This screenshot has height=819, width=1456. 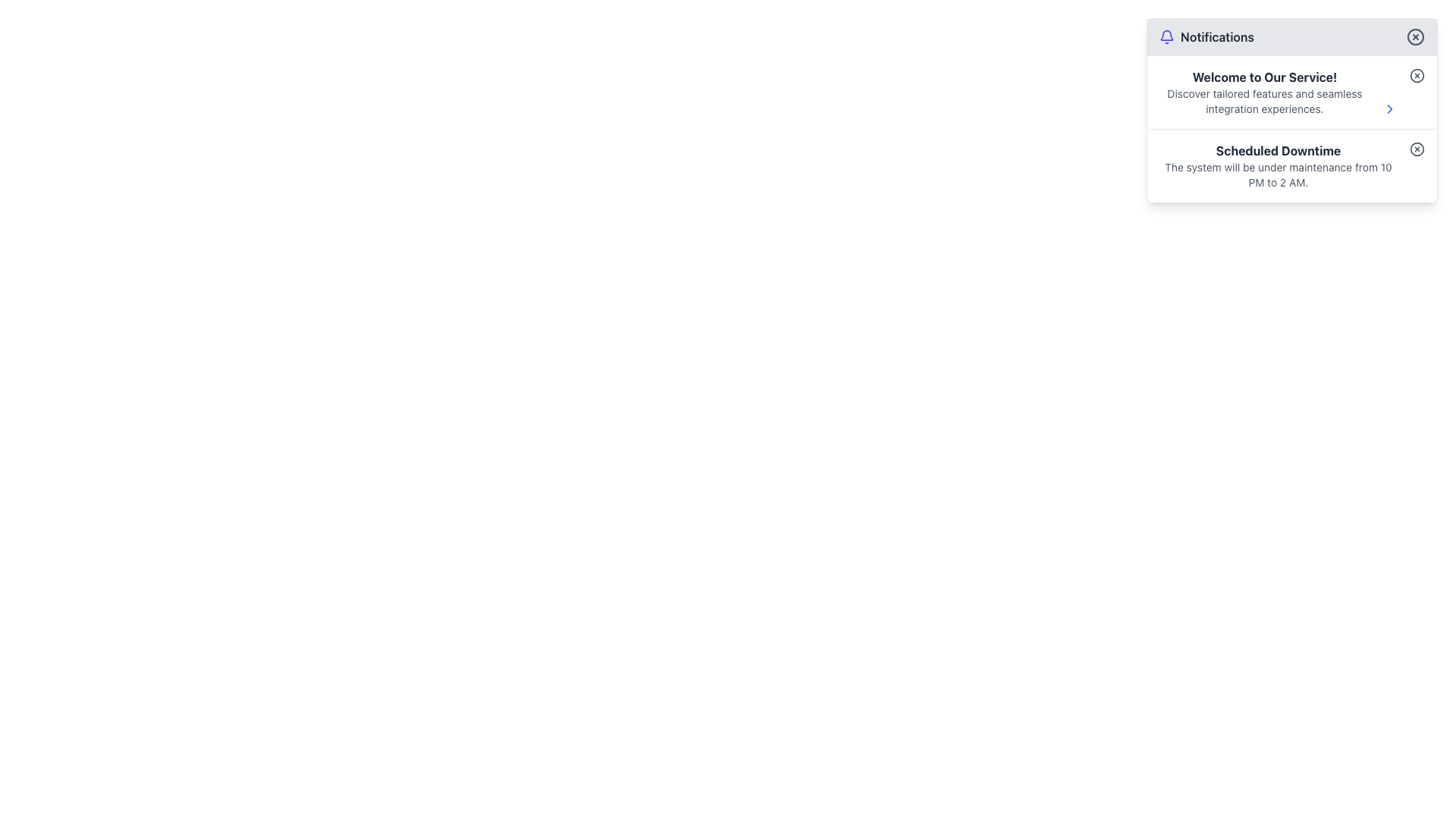 I want to click on title text of the notification entry, which summarizes the primary information of the associated message, positioned above the message regarding system maintenance, so click(x=1277, y=151).